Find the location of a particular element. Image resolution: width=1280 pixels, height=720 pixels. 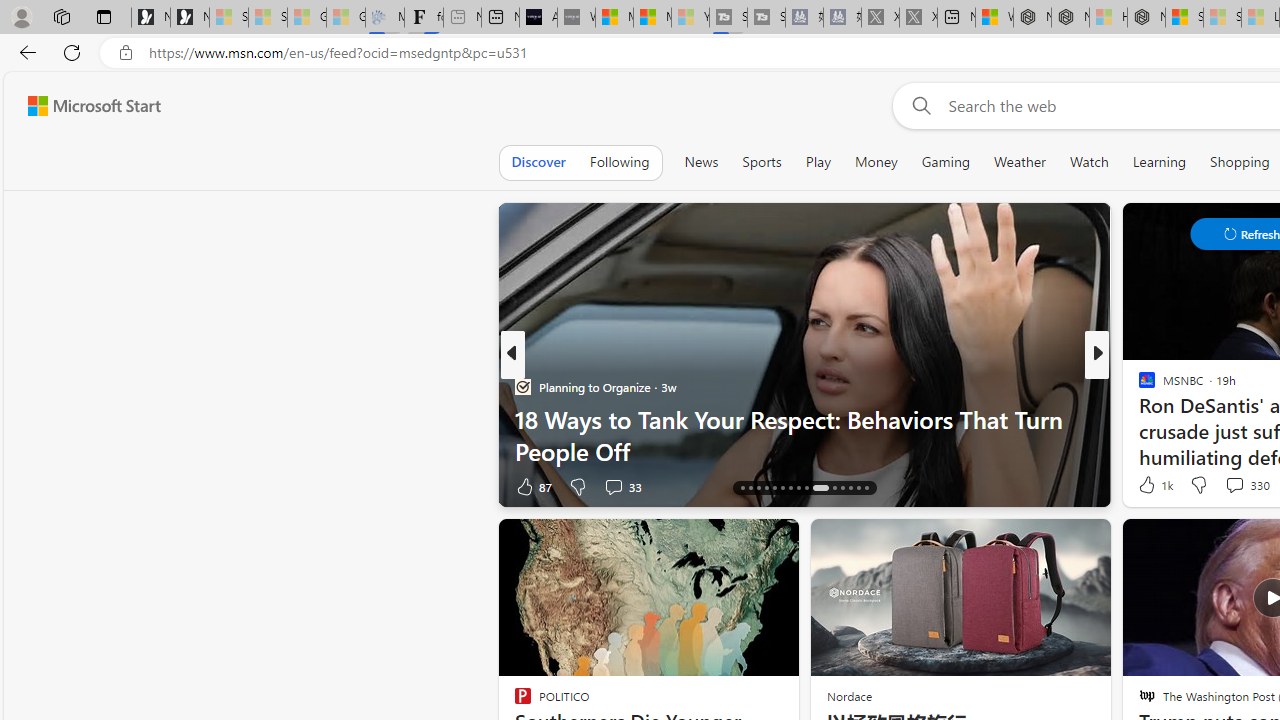

'Tab actions menu' is located at coordinates (103, 16).